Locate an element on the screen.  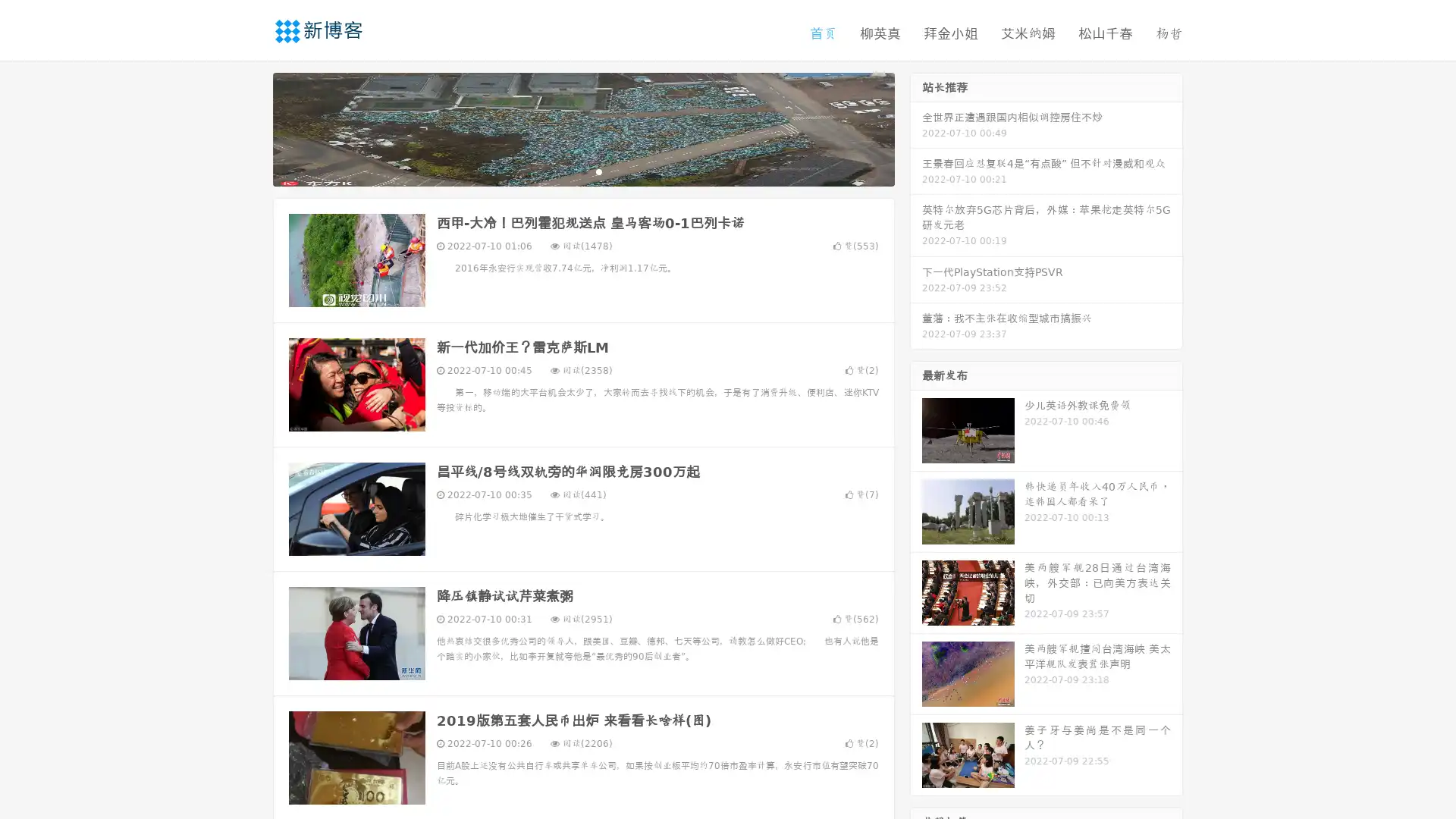
Go to slide 3 is located at coordinates (598, 171).